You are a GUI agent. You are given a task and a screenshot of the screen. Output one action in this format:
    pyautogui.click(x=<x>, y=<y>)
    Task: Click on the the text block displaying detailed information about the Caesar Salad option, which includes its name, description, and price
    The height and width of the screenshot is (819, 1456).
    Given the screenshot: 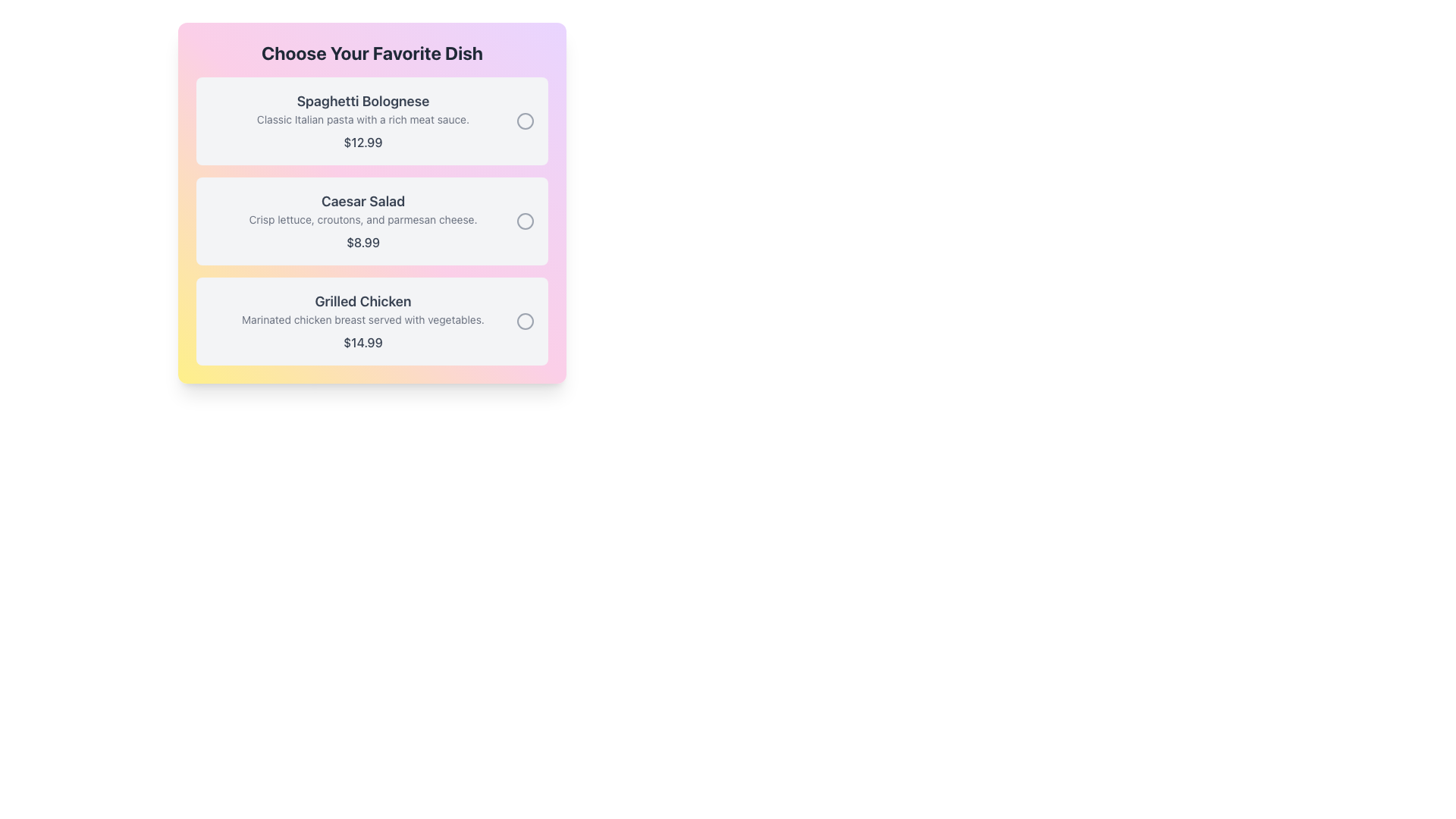 What is the action you would take?
    pyautogui.click(x=362, y=221)
    